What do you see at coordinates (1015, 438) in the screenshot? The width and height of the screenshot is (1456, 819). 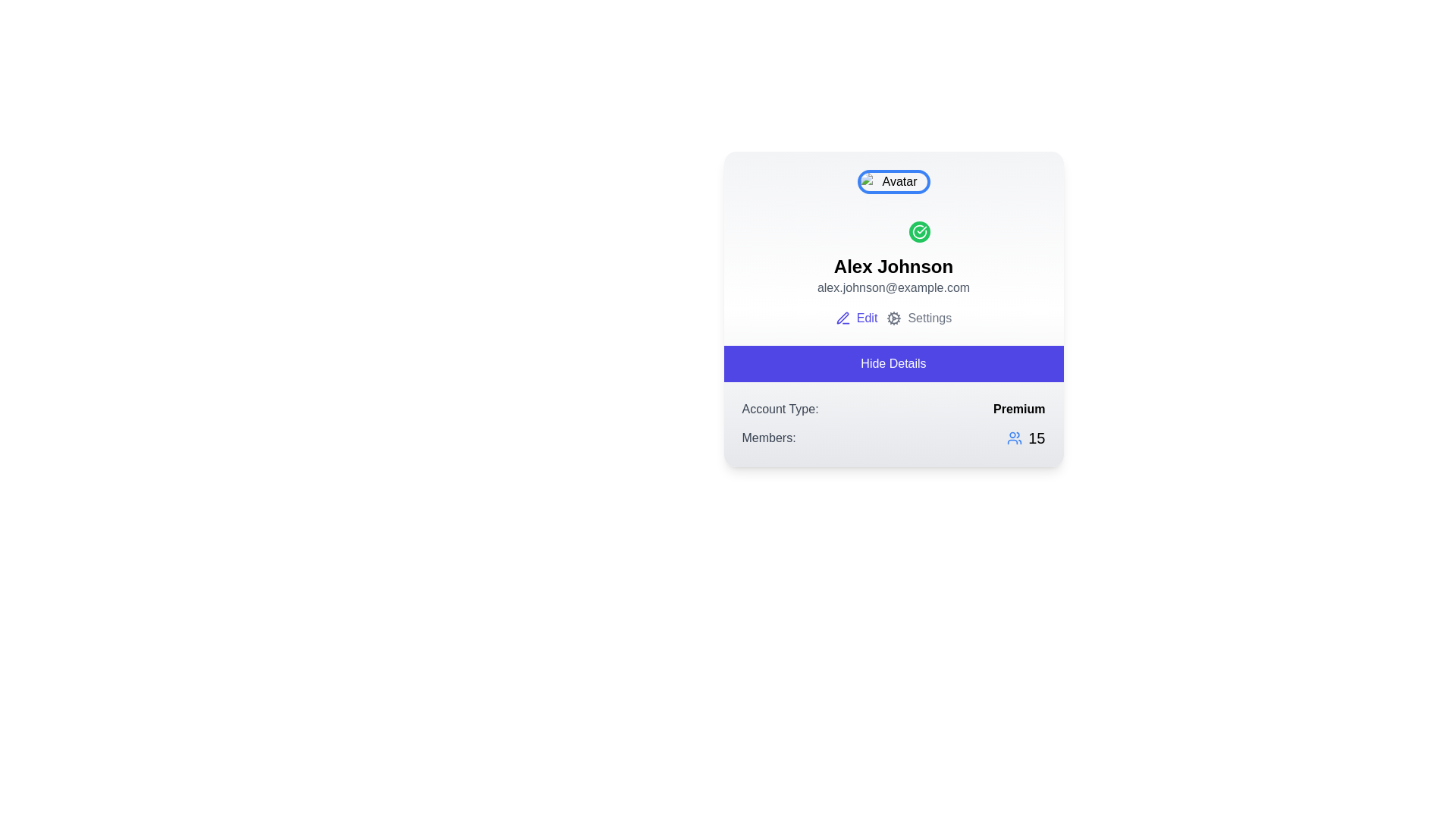 I see `the member icon located to the left of the numeric value '15' in the bottom-right section of the card component` at bounding box center [1015, 438].